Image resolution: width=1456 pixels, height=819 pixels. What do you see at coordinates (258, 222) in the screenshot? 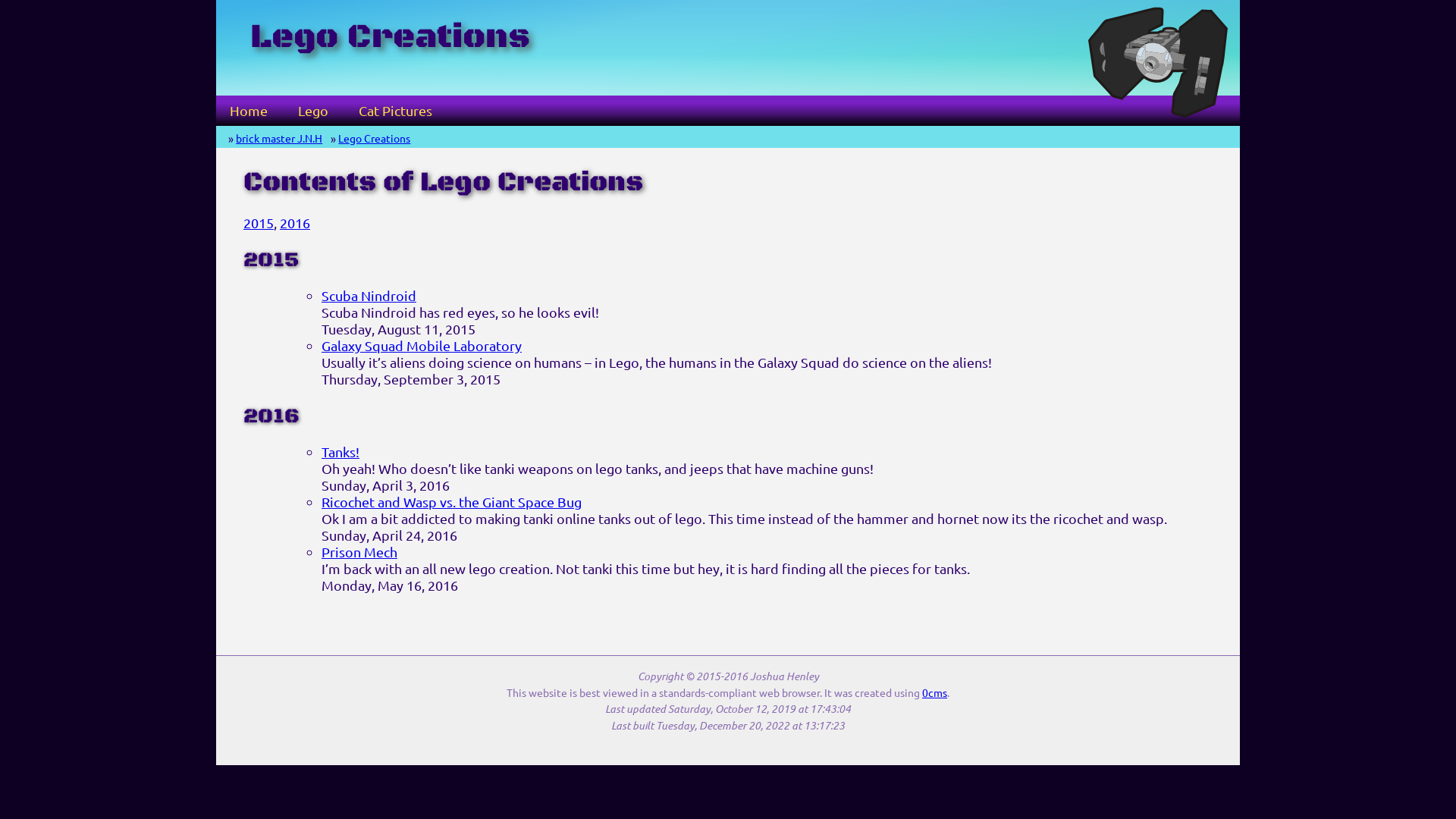
I see `'2015'` at bounding box center [258, 222].